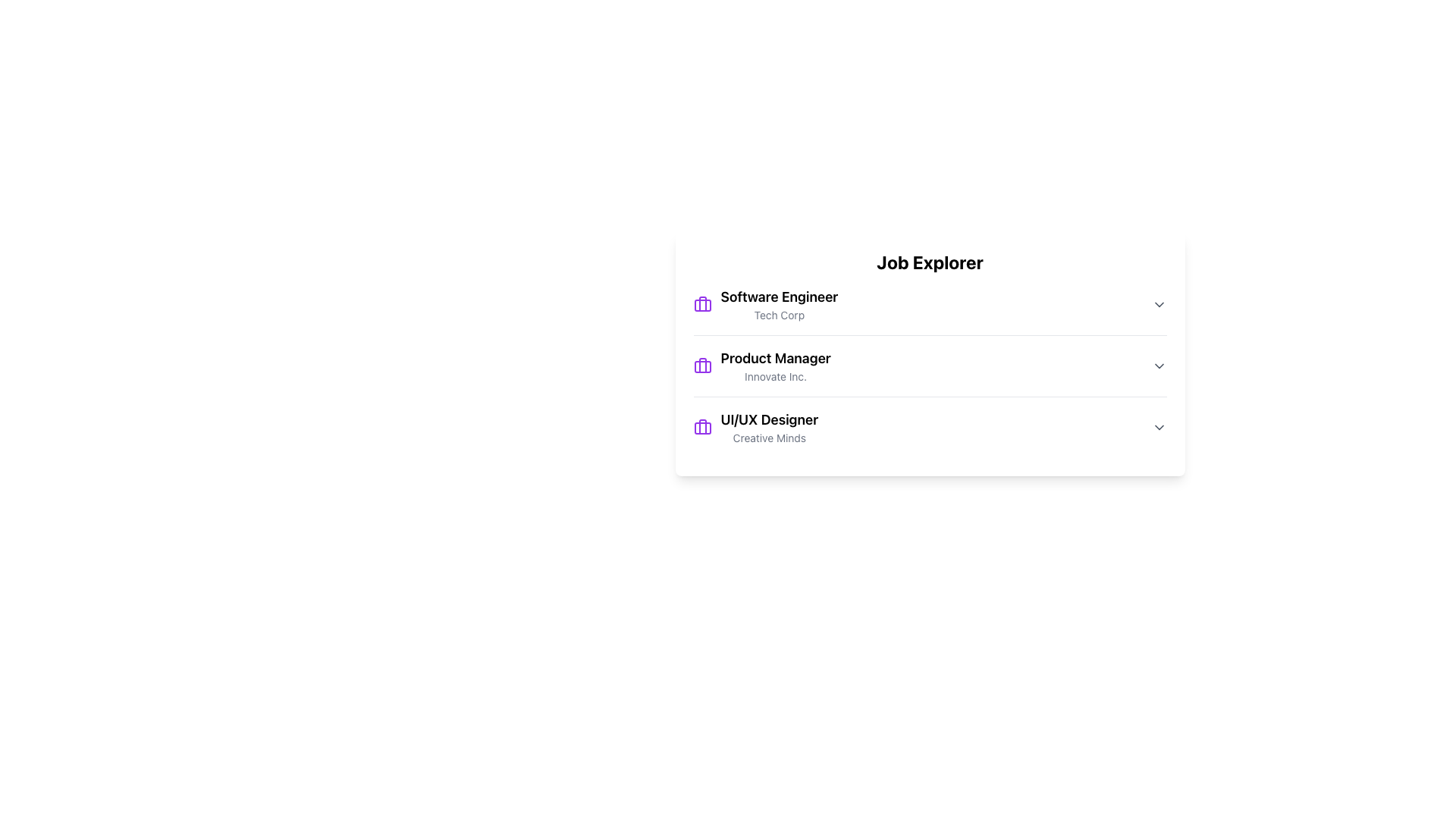  What do you see at coordinates (929, 310) in the screenshot?
I see `the first Interactive List Item in the Job Explorer section, which features the job title 'Software Engineer' and a dropdown arrow` at bounding box center [929, 310].